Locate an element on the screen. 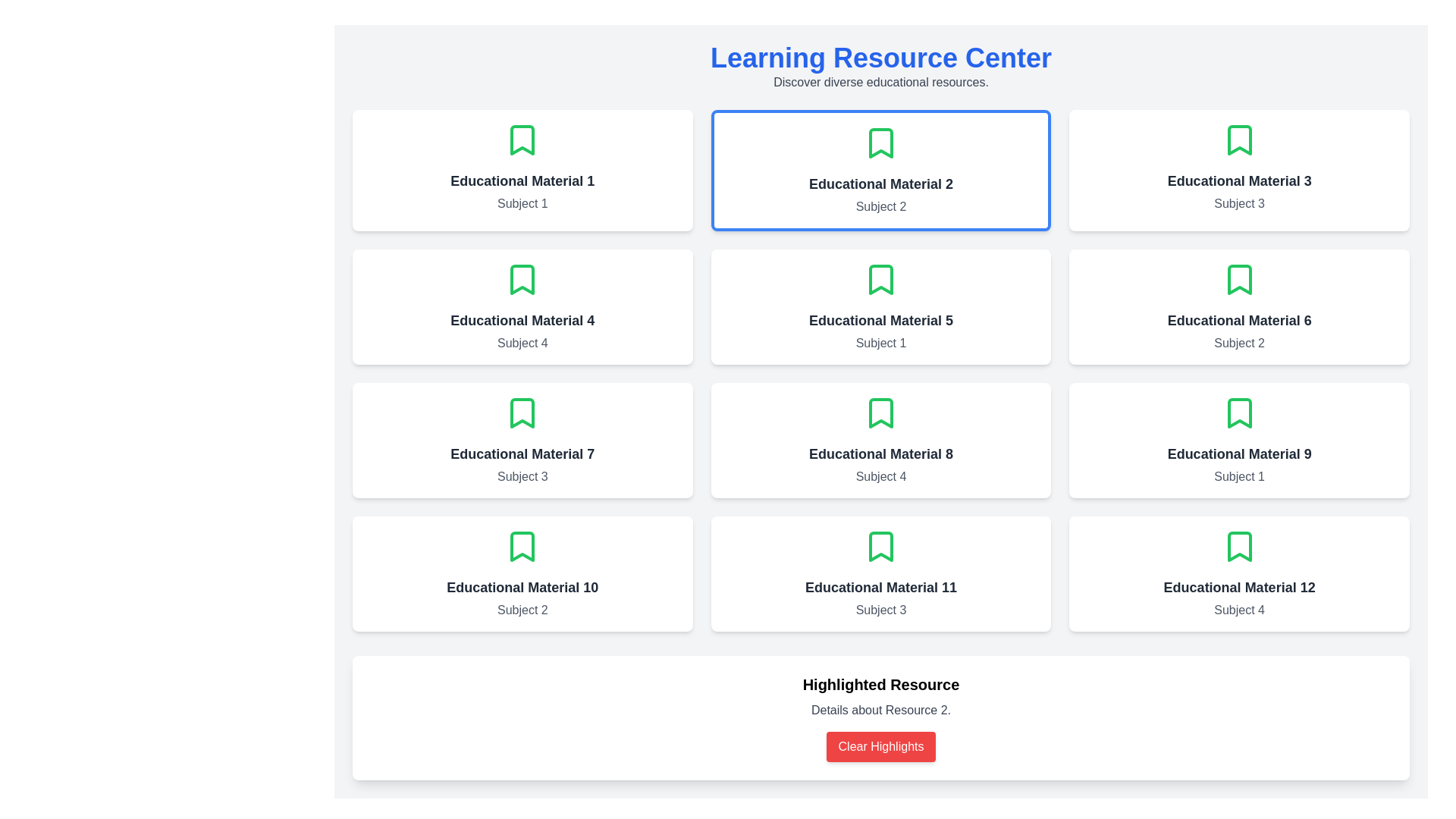  the static text label that provides the title or name of a resource or educational material located in the top-left corner of the card component is located at coordinates (522, 180).